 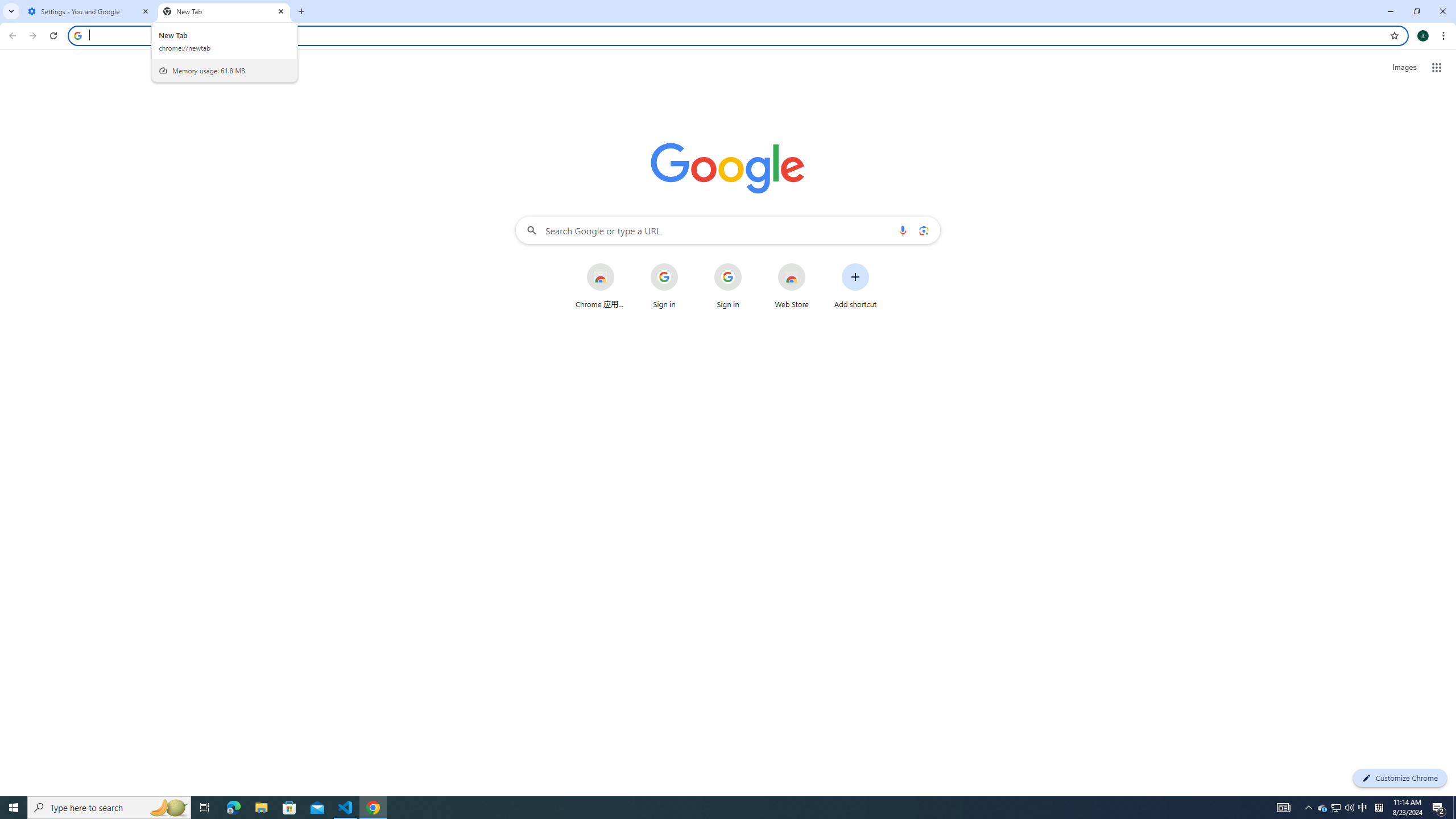 What do you see at coordinates (32, 35) in the screenshot?
I see `'Forward'` at bounding box center [32, 35].